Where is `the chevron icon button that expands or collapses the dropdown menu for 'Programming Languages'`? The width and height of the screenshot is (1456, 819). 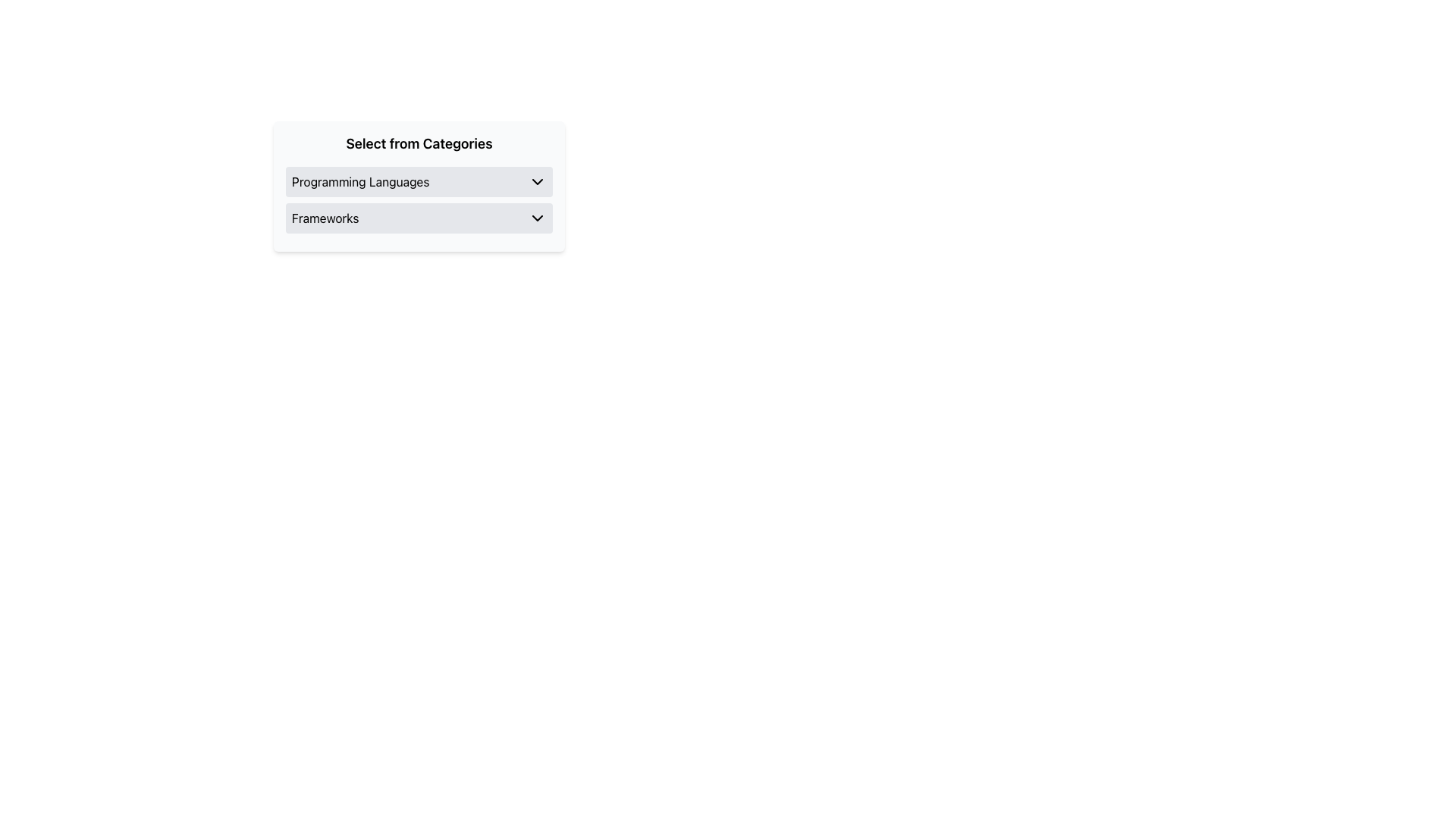
the chevron icon button that expands or collapses the dropdown menu for 'Programming Languages' is located at coordinates (538, 180).